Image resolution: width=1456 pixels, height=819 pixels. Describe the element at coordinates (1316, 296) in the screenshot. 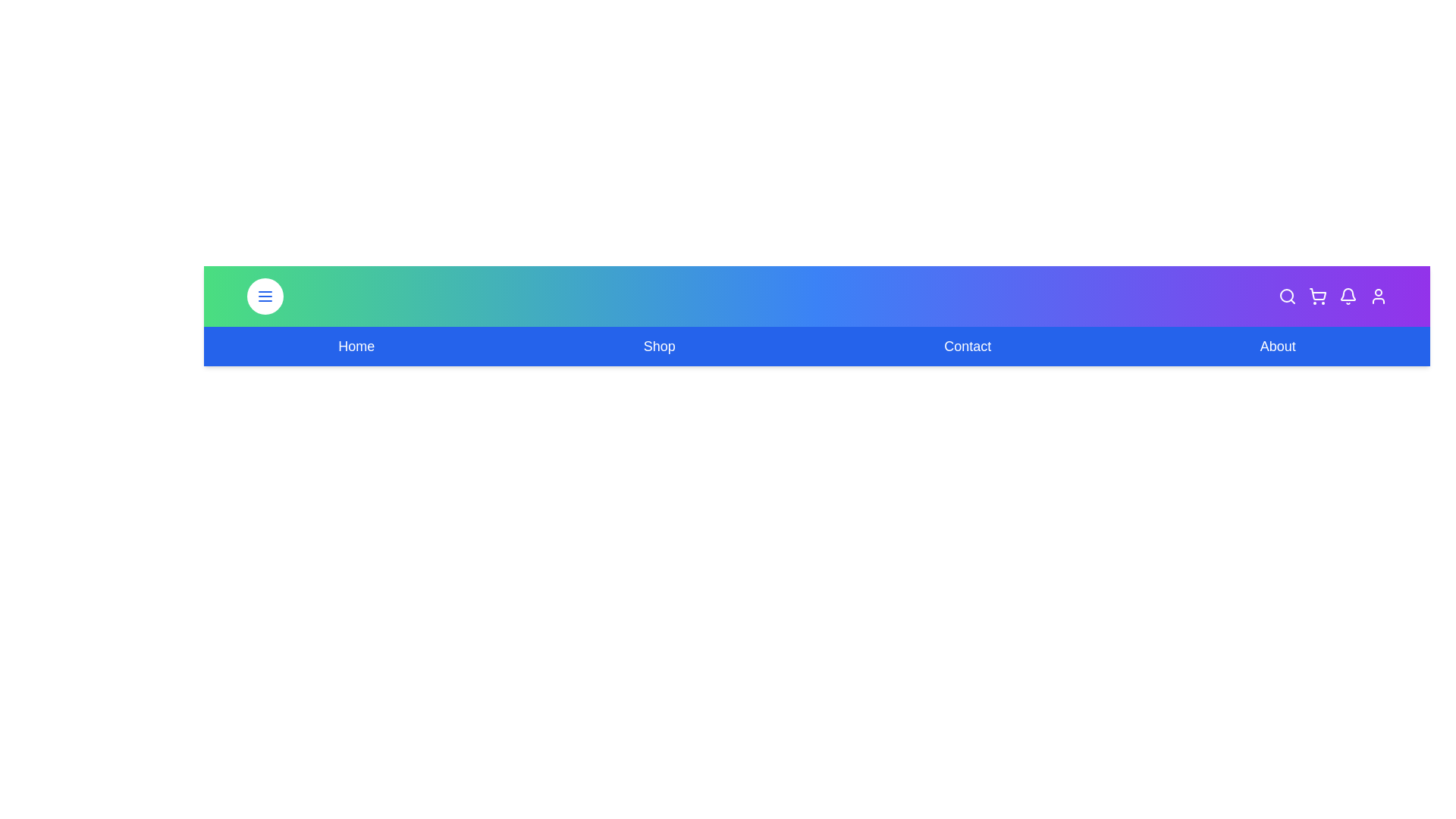

I see `the shopping_cart icon in the navigation bar` at that location.